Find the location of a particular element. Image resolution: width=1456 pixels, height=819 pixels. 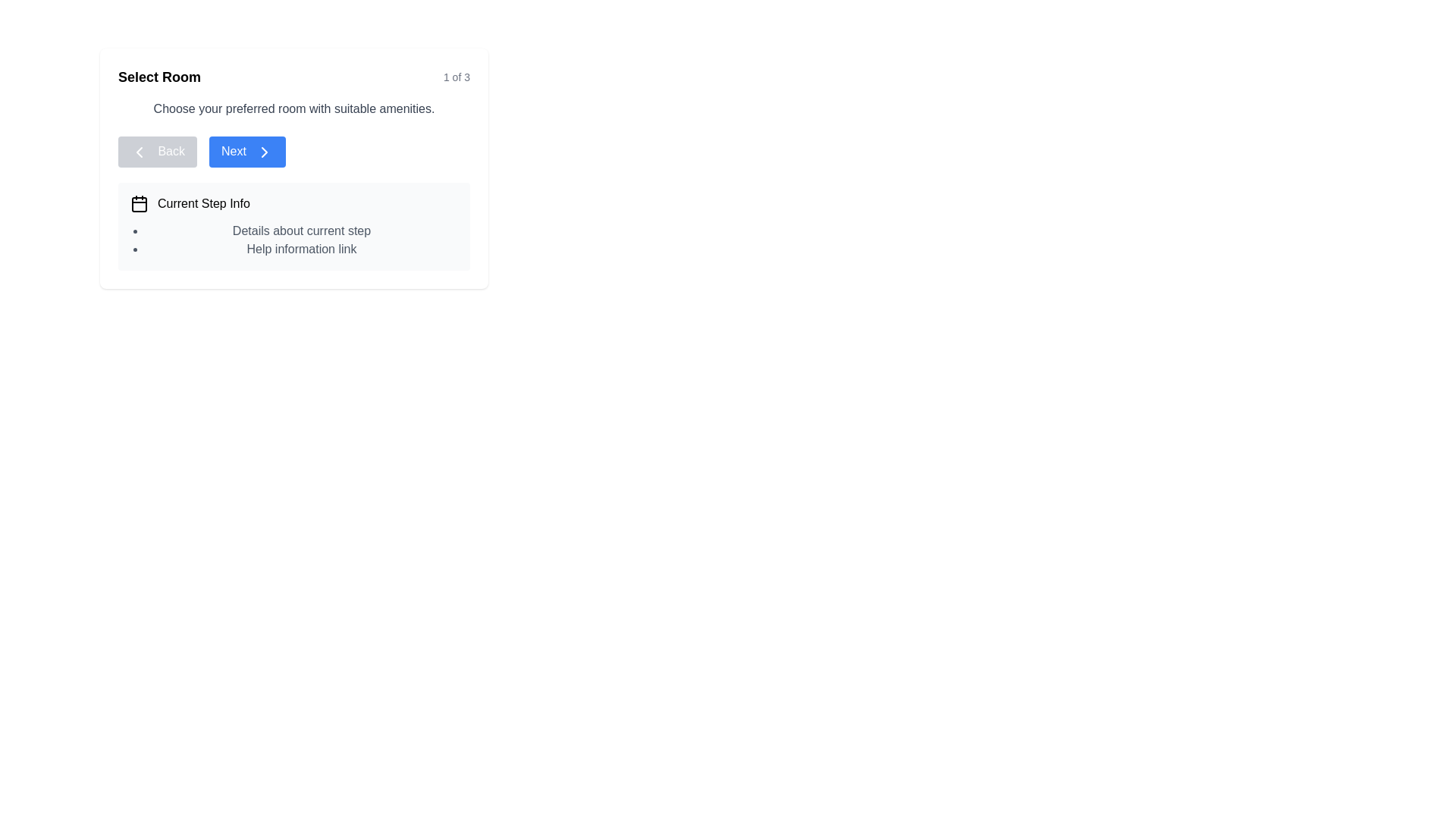

the button labeled 'Next' located to the right of the 'Back' button within the 'Select Room' section to advance to the next step in the workflow is located at coordinates (247, 152).